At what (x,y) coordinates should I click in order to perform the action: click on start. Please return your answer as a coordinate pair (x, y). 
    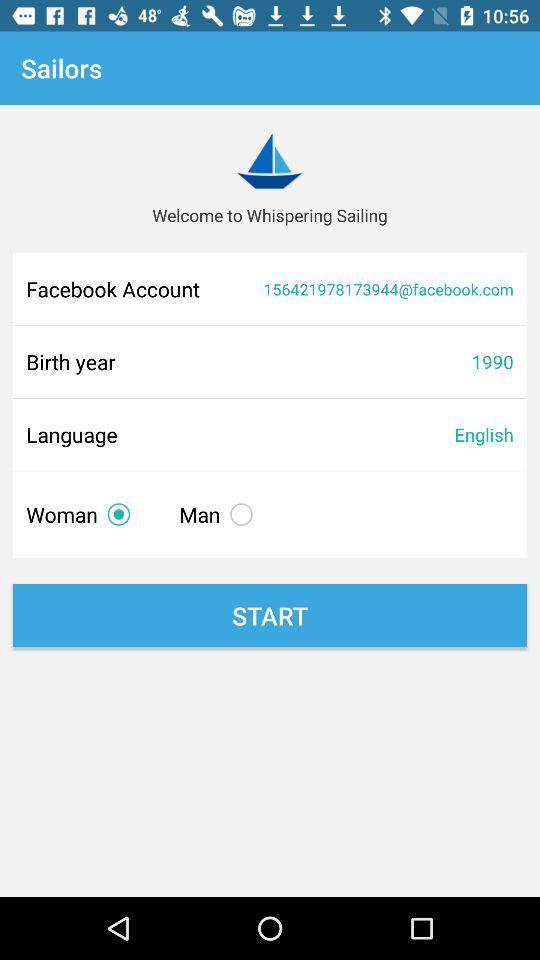
    Looking at the image, I should click on (270, 614).